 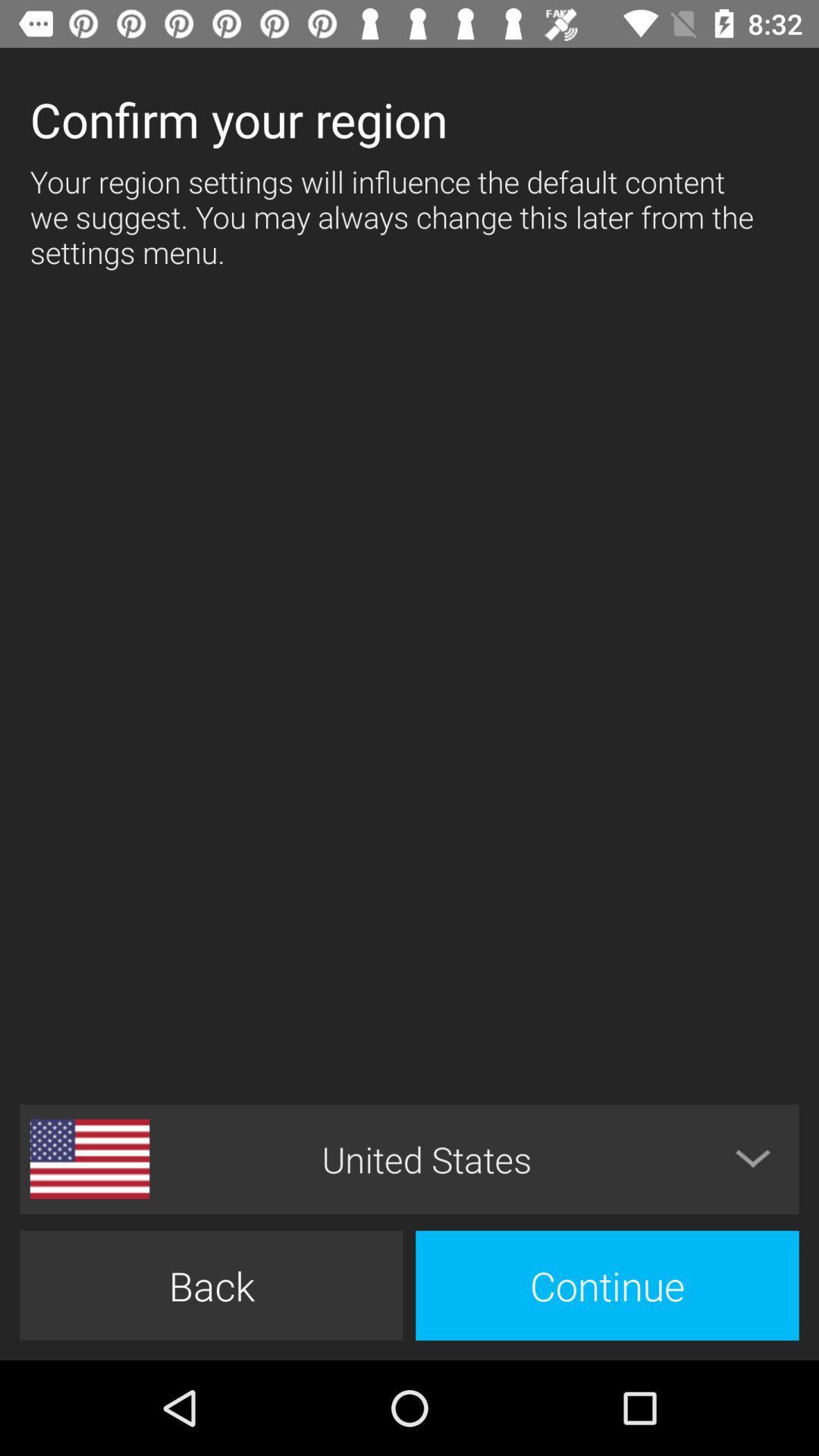 What do you see at coordinates (211, 1285) in the screenshot?
I see `the back item` at bounding box center [211, 1285].